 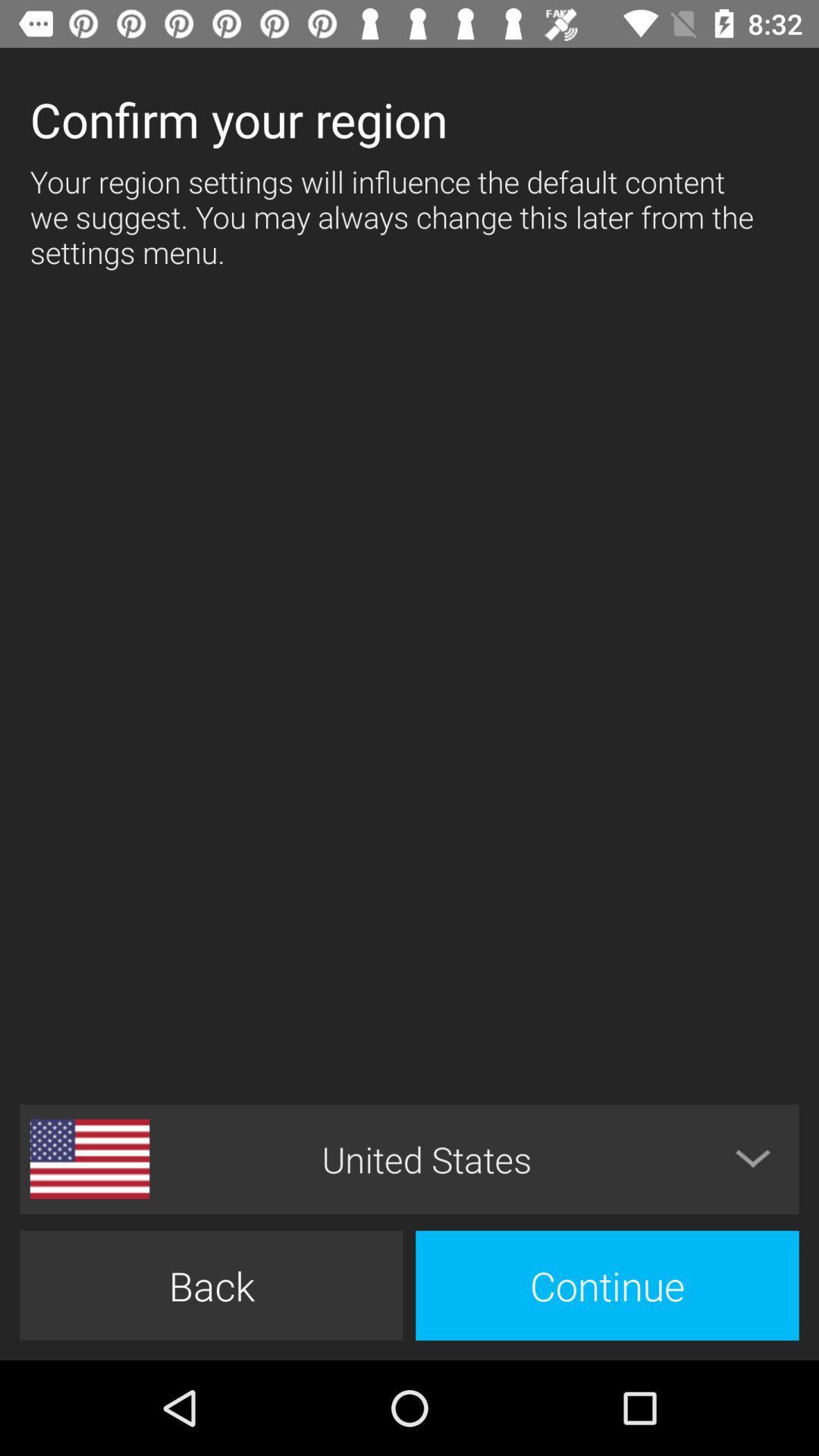 What do you see at coordinates (211, 1285) in the screenshot?
I see `the back item` at bounding box center [211, 1285].